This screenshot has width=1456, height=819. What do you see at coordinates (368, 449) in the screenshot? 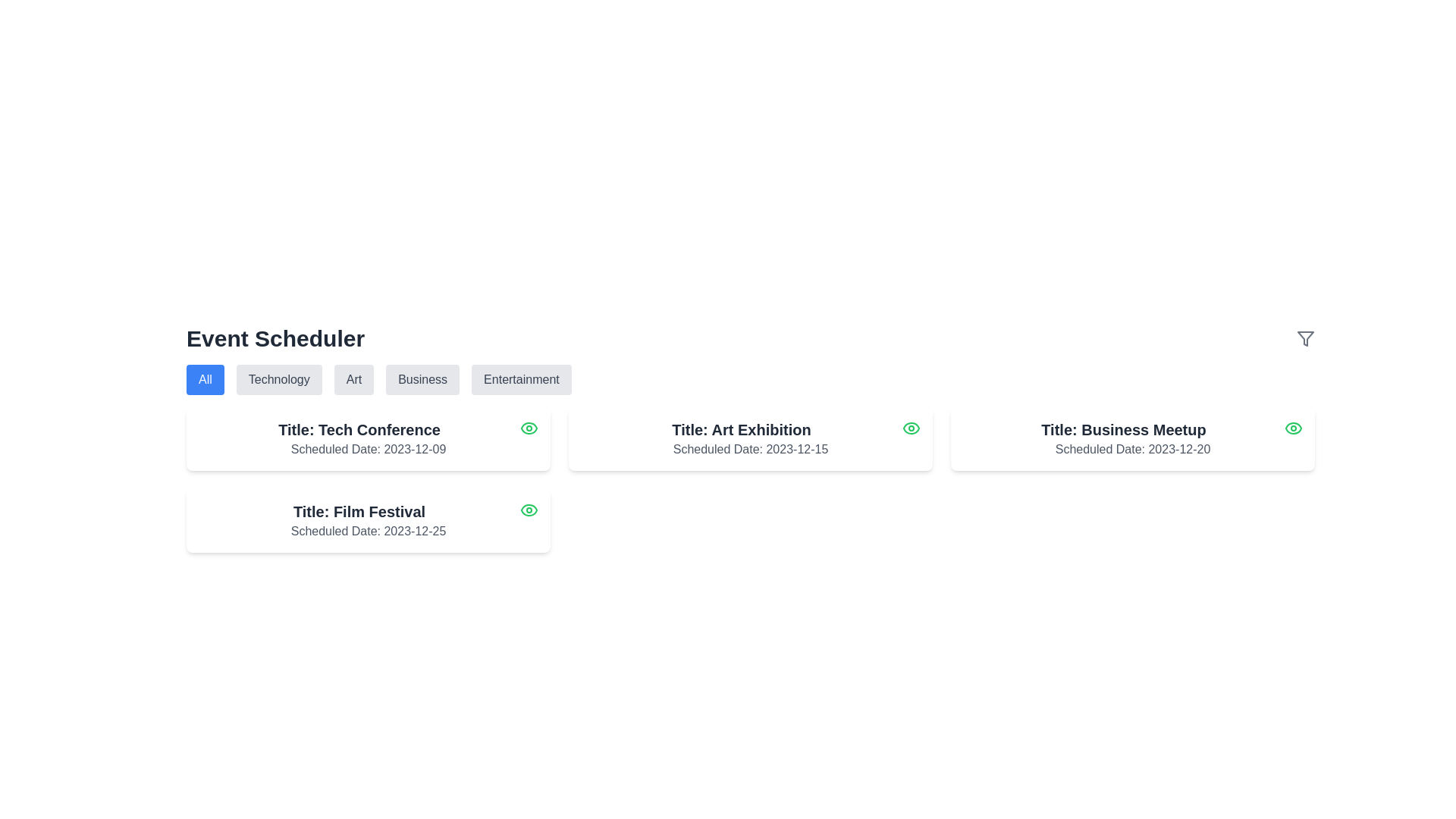
I see `the static text element that provides information about the scheduled date of the event, December 9th, 2023, located beneath the title 'Tech Conference' in the top-left event card` at bounding box center [368, 449].